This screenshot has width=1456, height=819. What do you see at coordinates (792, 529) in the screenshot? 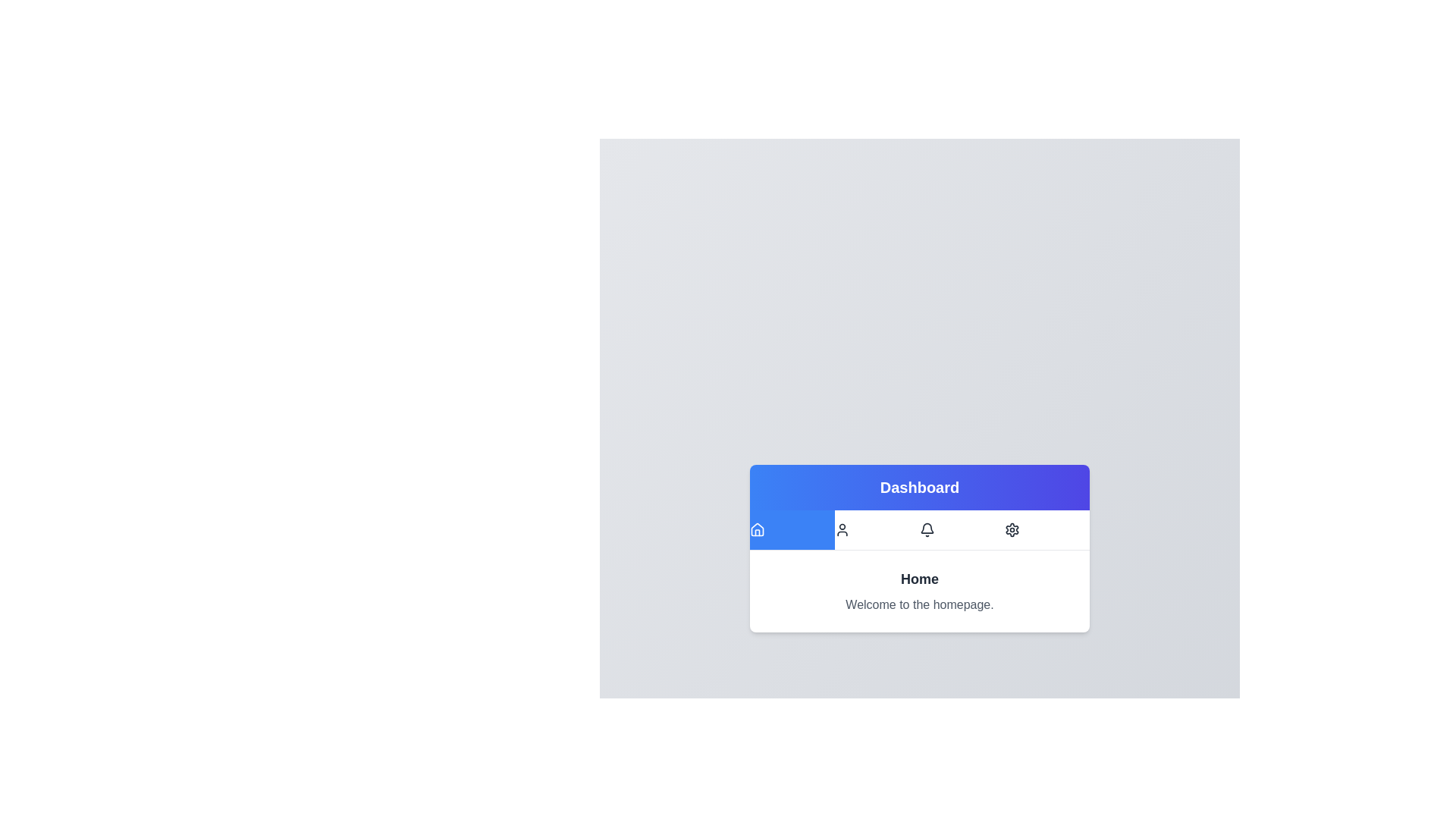
I see `the Home tab to navigate to the corresponding section` at bounding box center [792, 529].